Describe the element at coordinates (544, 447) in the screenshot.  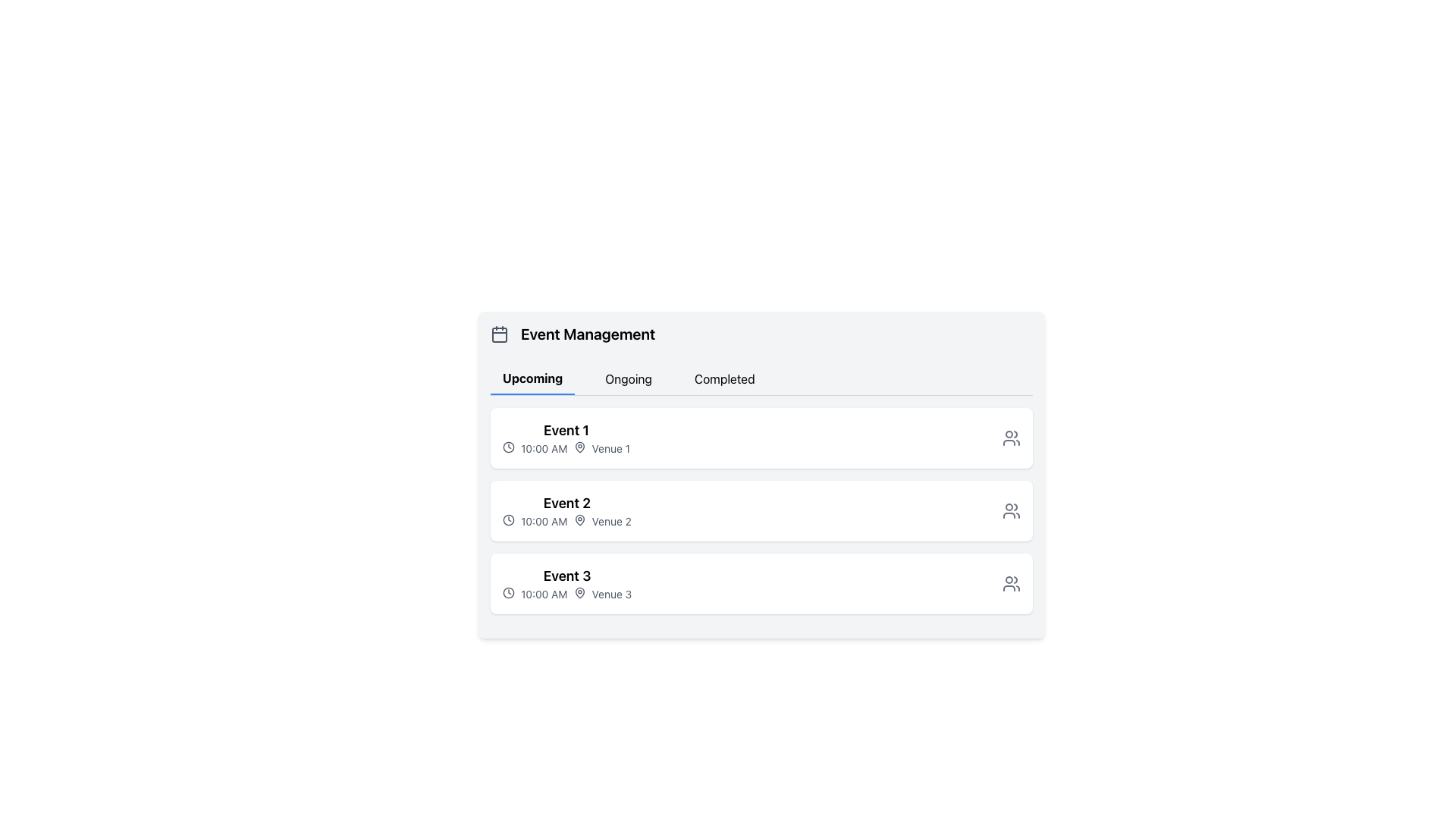
I see `displayed time '10:00 AM' from the text label located in the first row of the 'Upcoming' section, positioned between a clock icon and the text 'Venue 1'` at that location.